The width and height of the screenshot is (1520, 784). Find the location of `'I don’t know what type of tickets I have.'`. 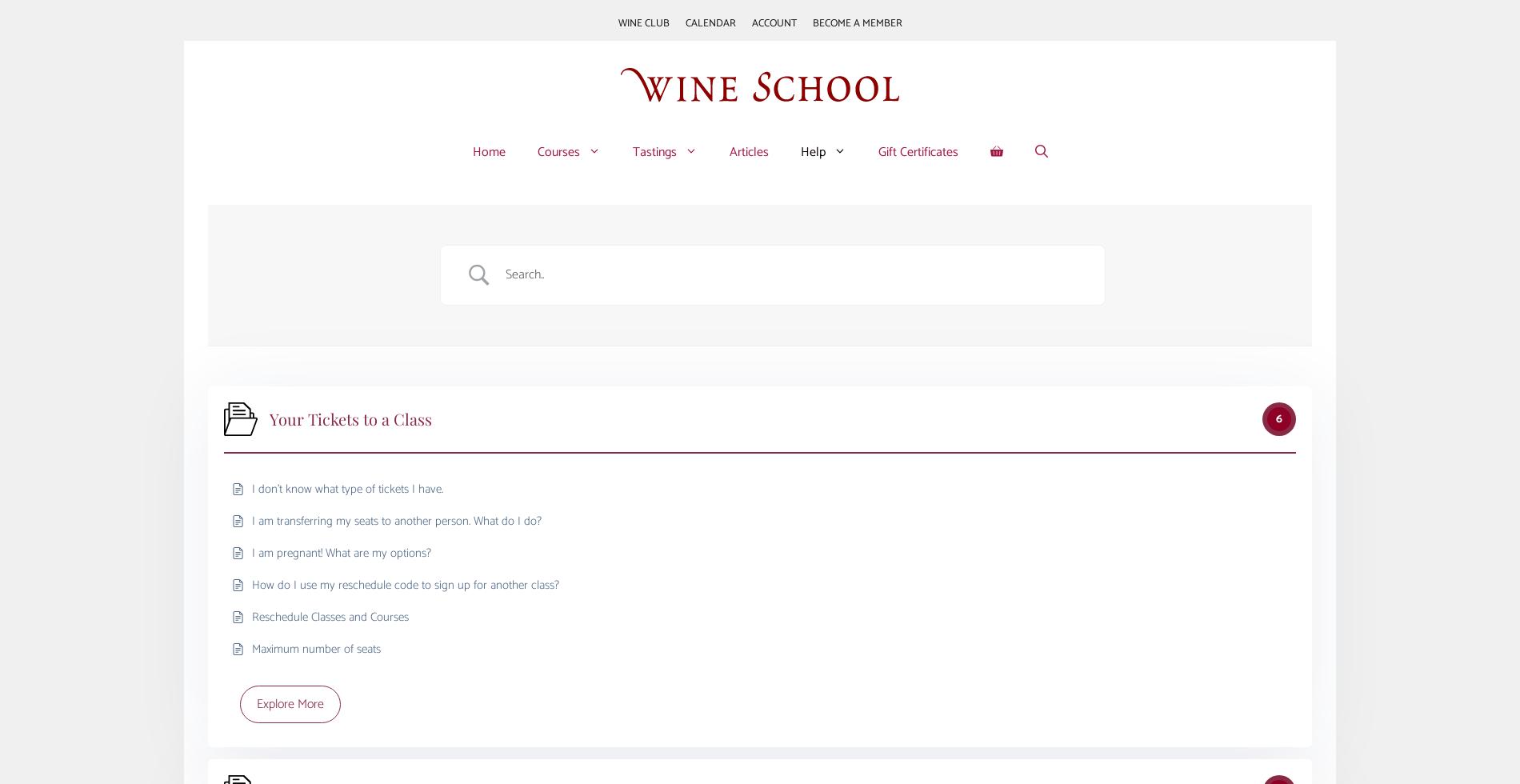

'I don’t know what type of tickets I have.' is located at coordinates (346, 488).